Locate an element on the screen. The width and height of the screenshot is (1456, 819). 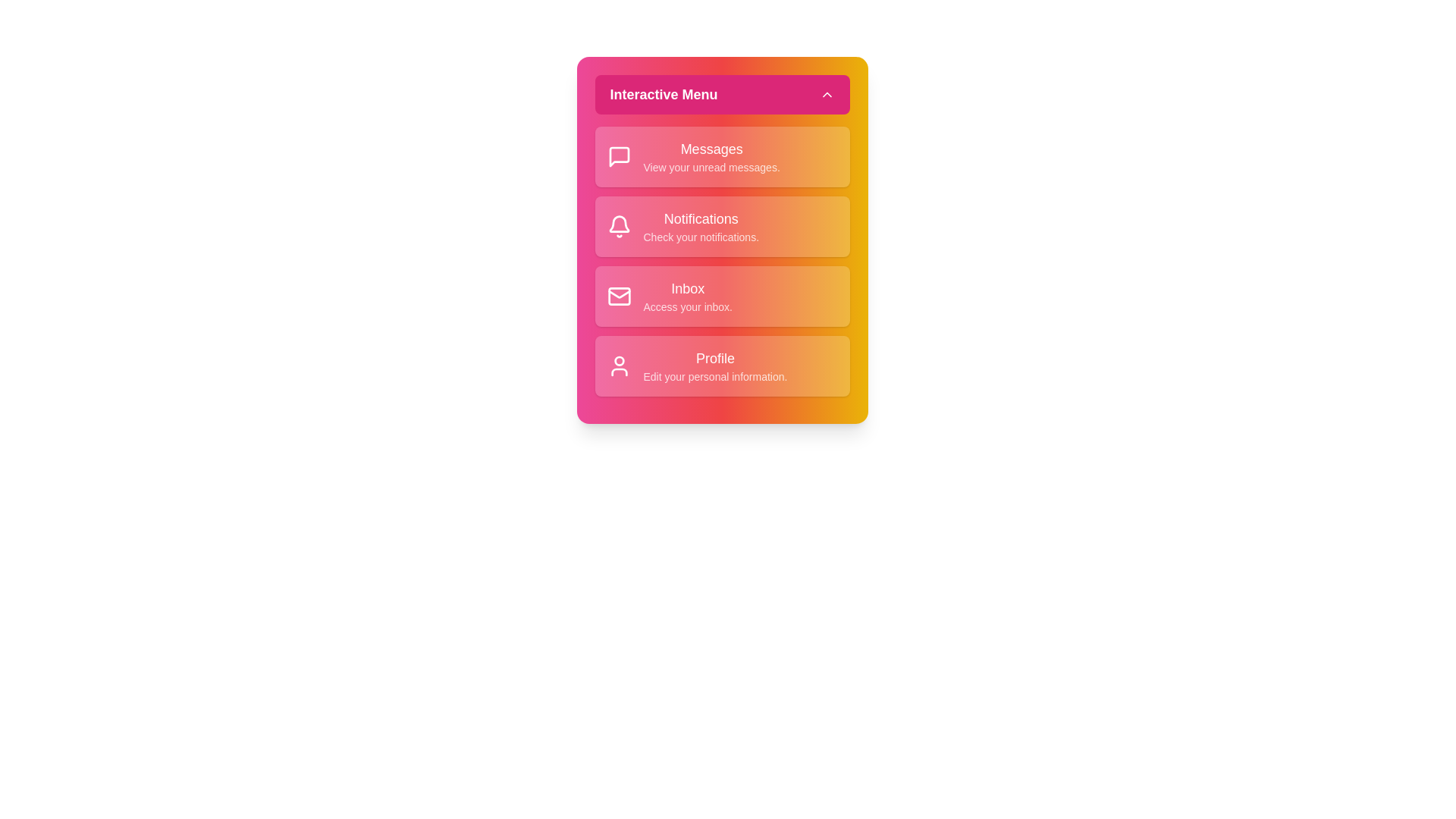
header button to toggle the menu visibility is located at coordinates (721, 94).